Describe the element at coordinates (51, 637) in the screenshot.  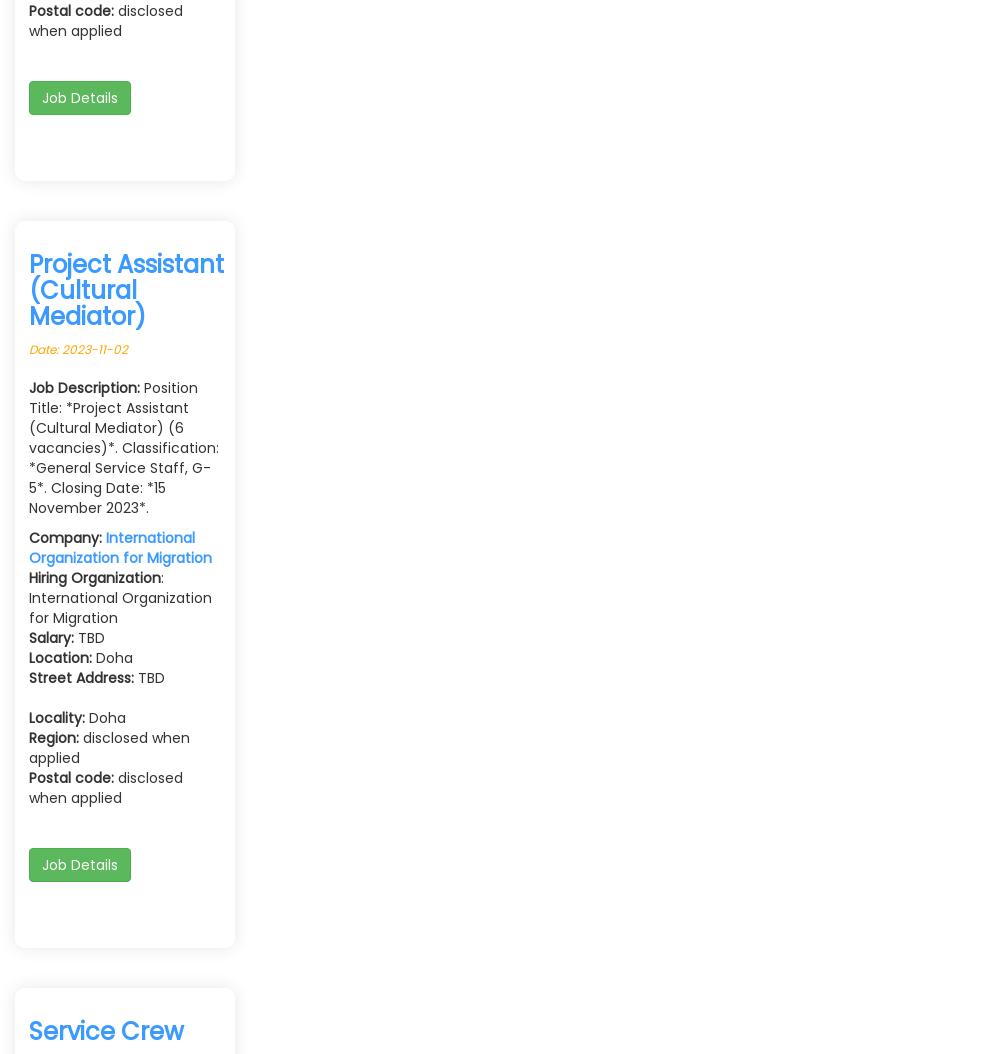
I see `'Salary:'` at that location.